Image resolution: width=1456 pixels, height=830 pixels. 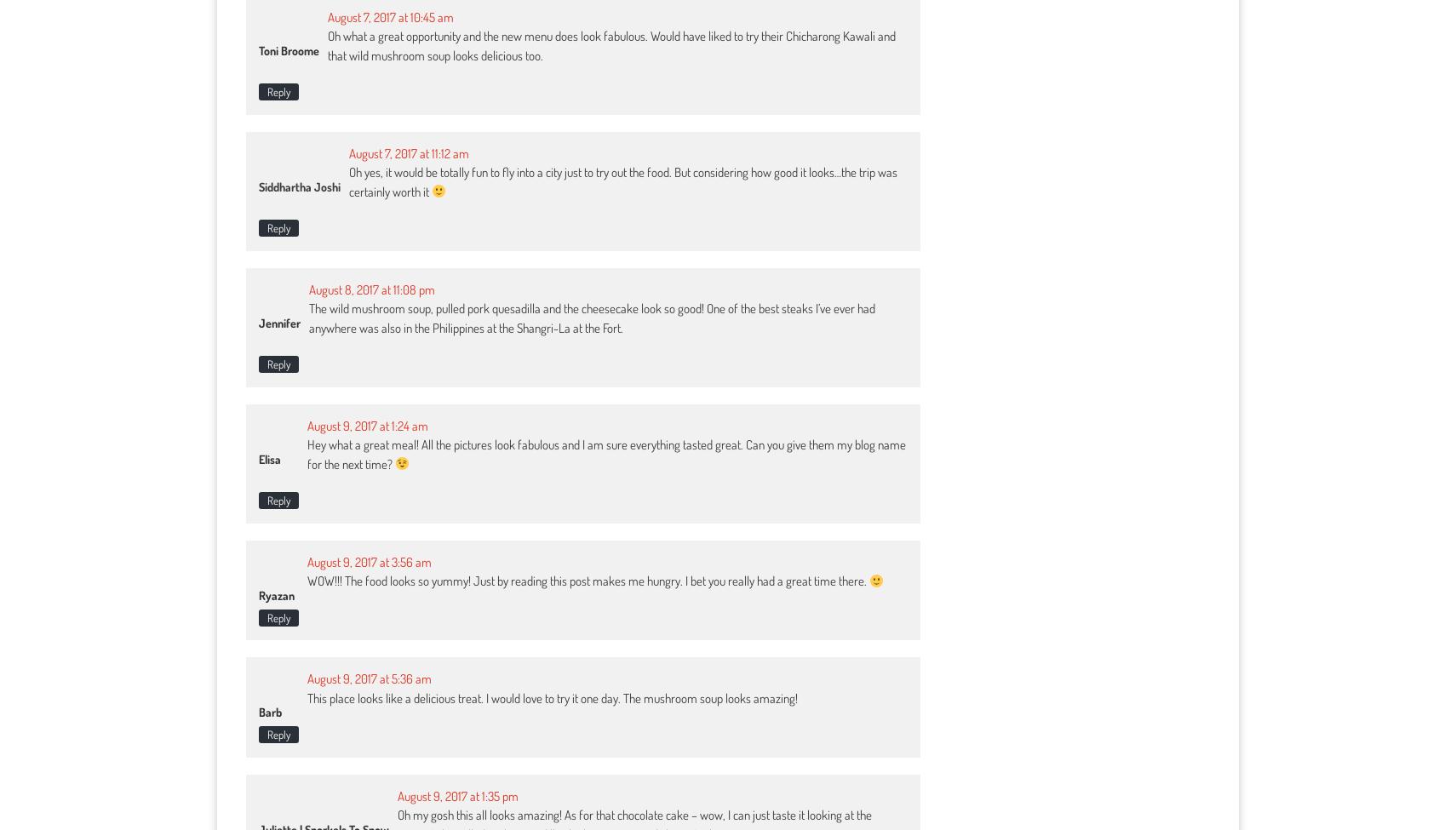 I want to click on 'Oh what a great opportunity and the new menu does look fabulous.  Would have liked to try their Chicharong Kawali and that wild mushroom soup looks delicious too.', so click(x=611, y=45).